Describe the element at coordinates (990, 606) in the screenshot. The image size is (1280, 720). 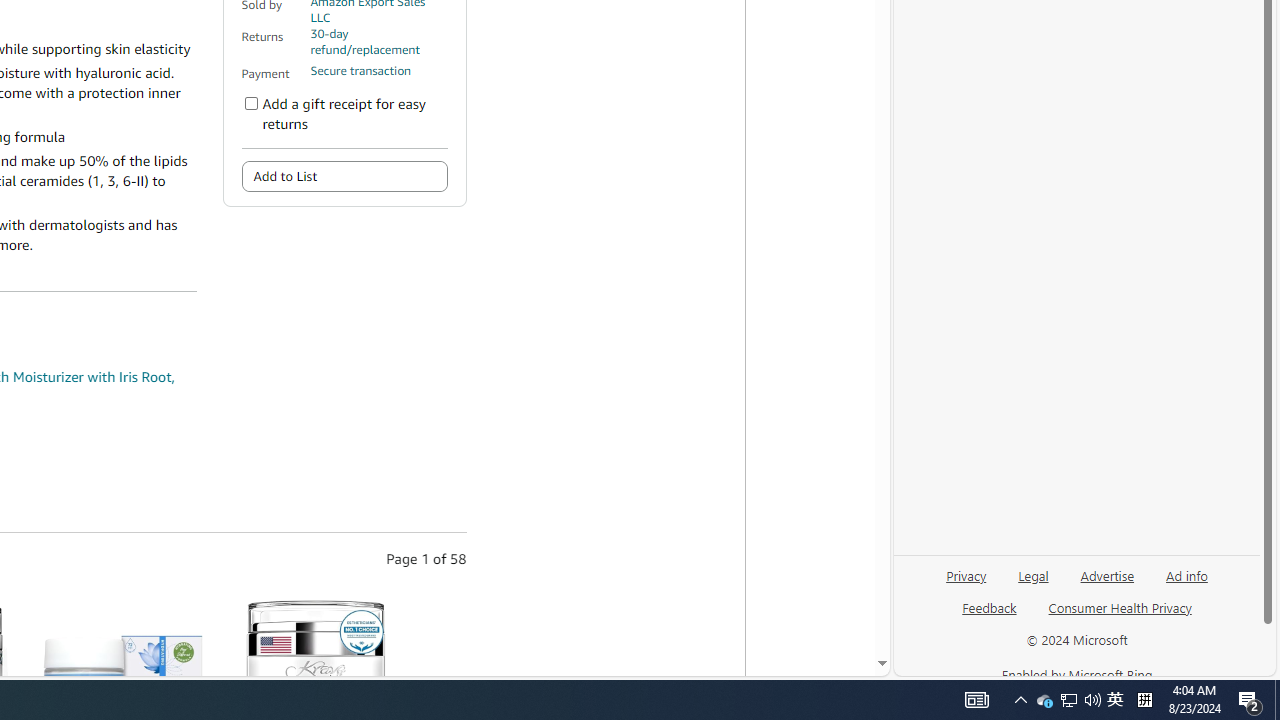
I see `'Feedback'` at that location.